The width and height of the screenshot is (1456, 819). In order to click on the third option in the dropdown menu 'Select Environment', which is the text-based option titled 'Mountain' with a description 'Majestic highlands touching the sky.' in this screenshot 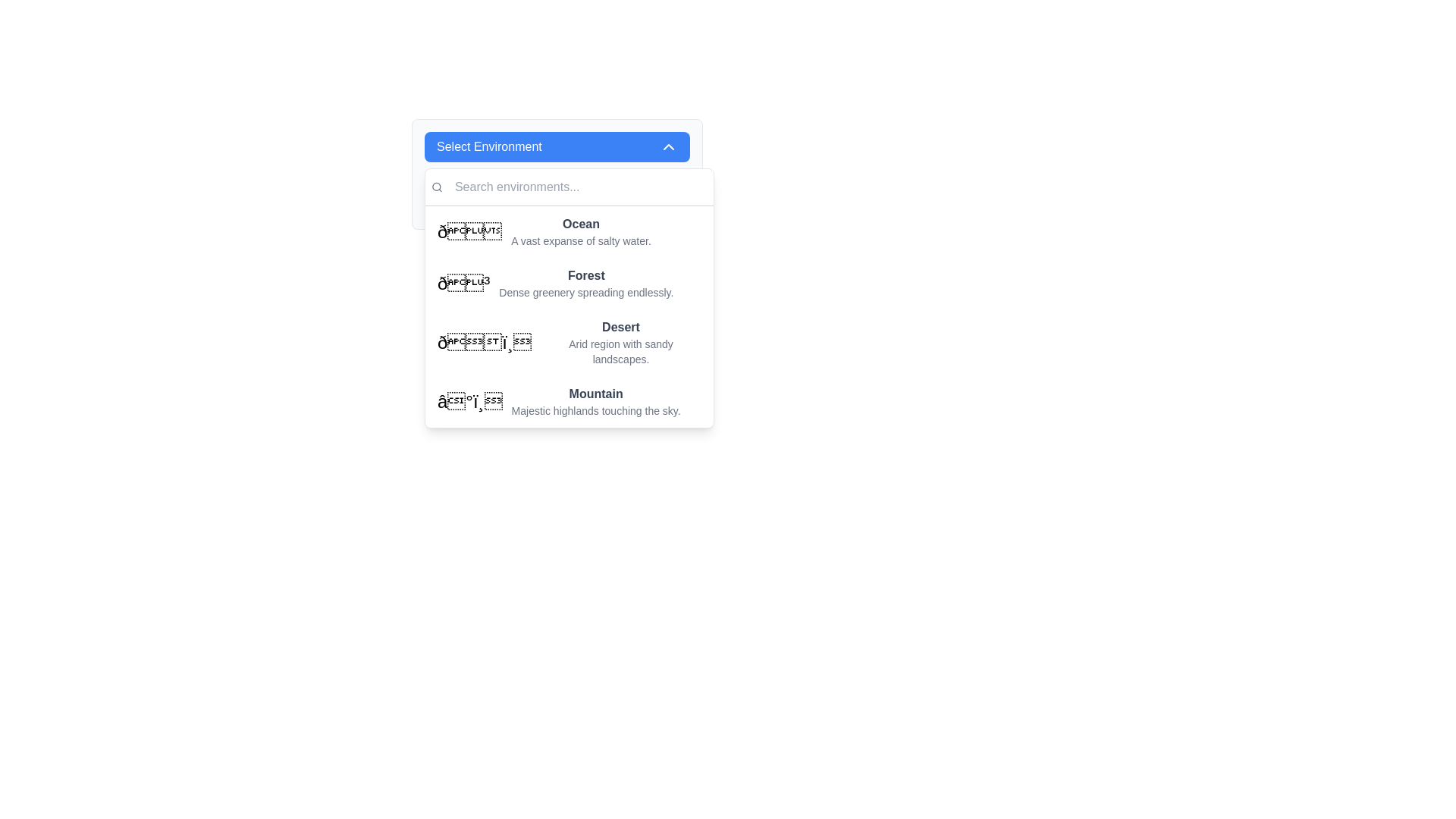, I will do `click(595, 400)`.